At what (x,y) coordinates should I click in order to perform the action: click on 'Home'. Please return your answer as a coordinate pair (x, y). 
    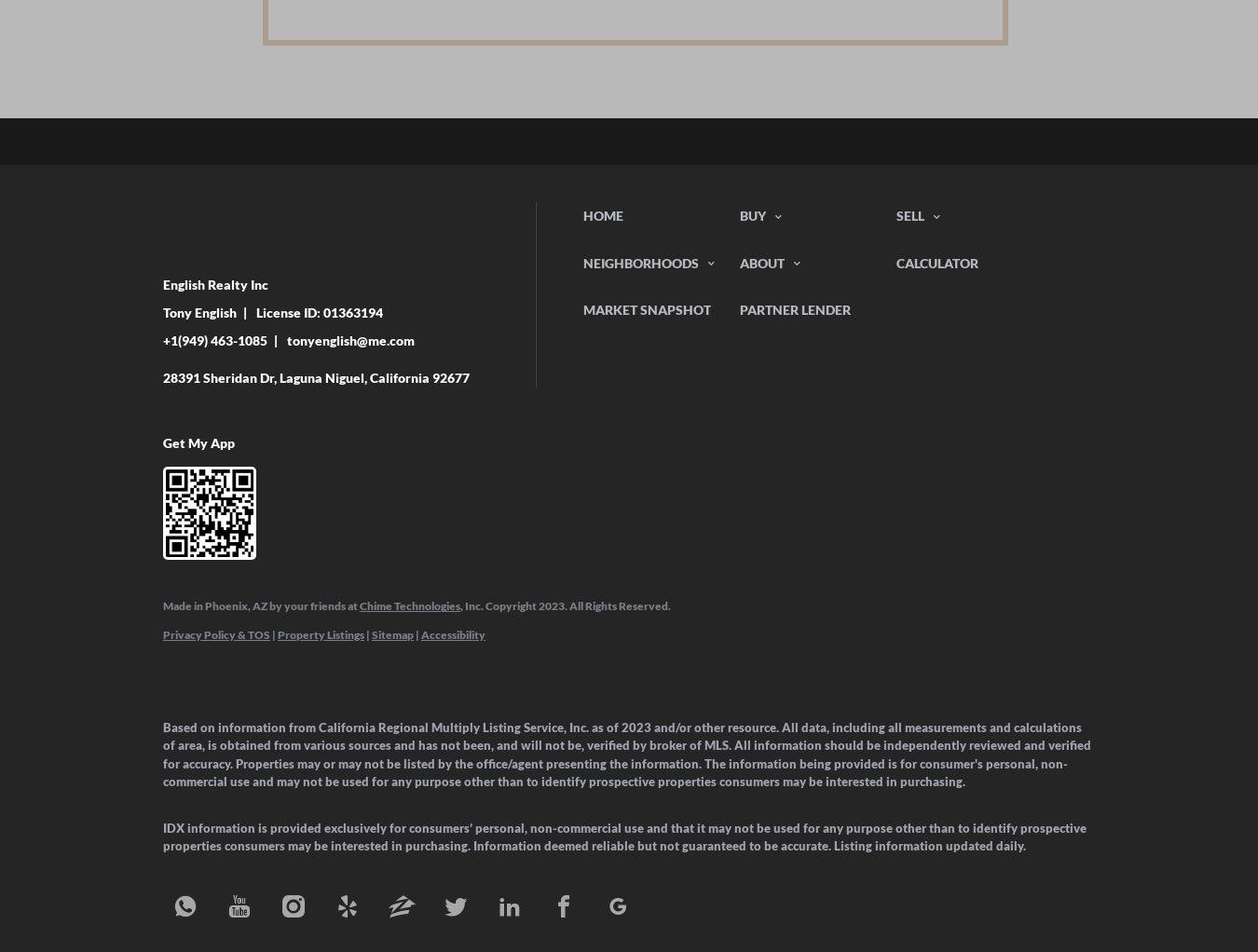
    Looking at the image, I should click on (603, 214).